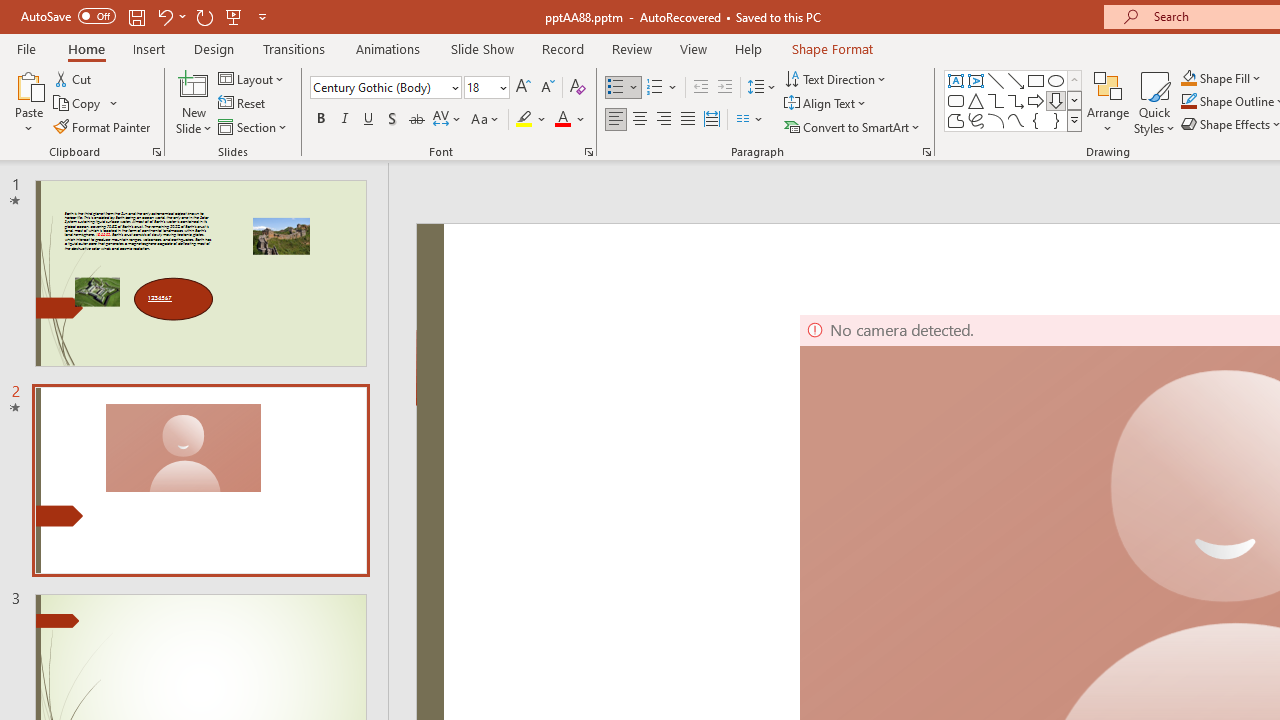 This screenshot has height=720, width=1280. Describe the element at coordinates (1014, 100) in the screenshot. I see `'AutomationID: ShapesInsertGallery'` at that location.